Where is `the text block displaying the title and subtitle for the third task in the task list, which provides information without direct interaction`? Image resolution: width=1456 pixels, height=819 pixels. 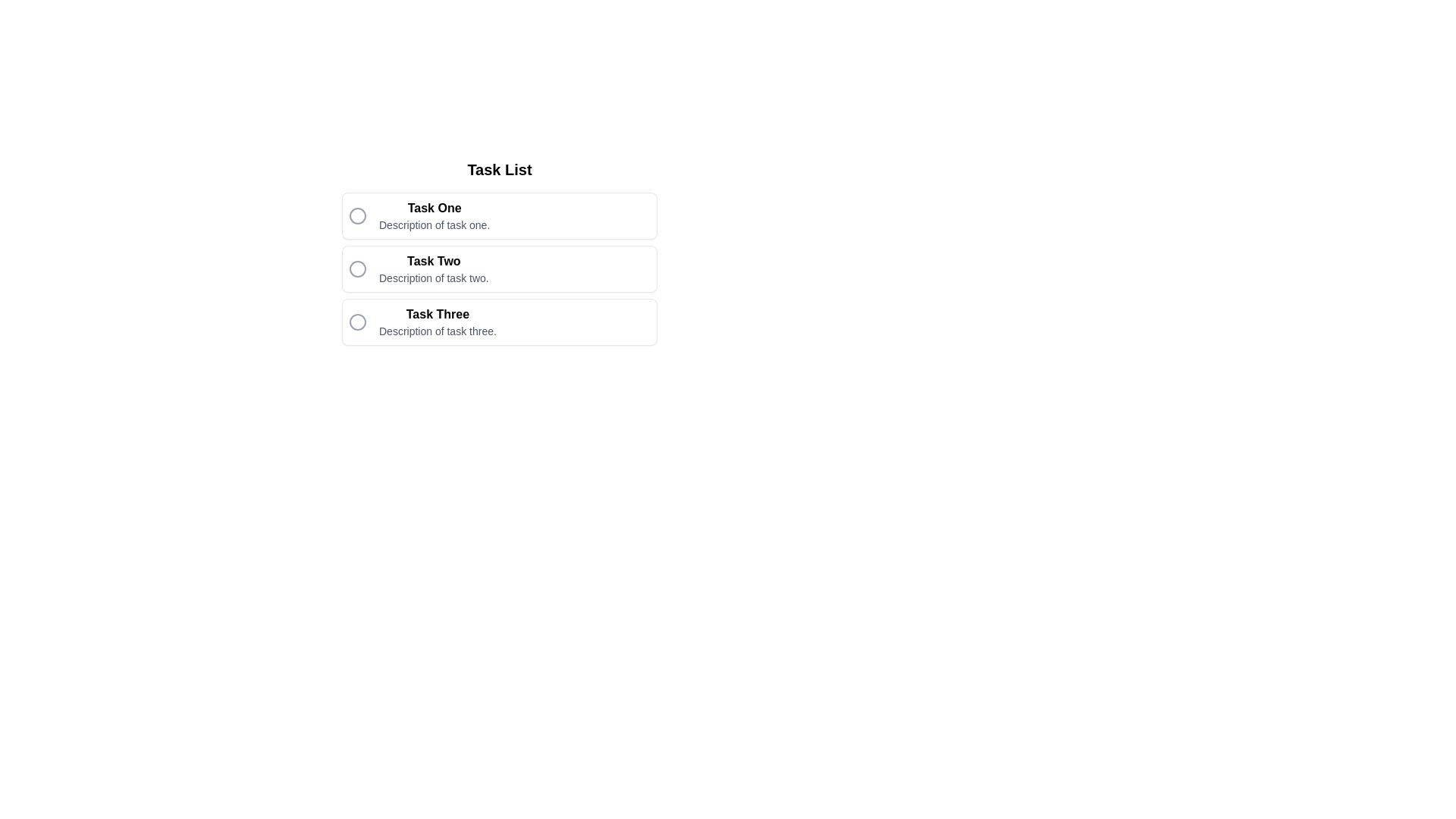 the text block displaying the title and subtitle for the third task in the task list, which provides information without direct interaction is located at coordinates (437, 321).